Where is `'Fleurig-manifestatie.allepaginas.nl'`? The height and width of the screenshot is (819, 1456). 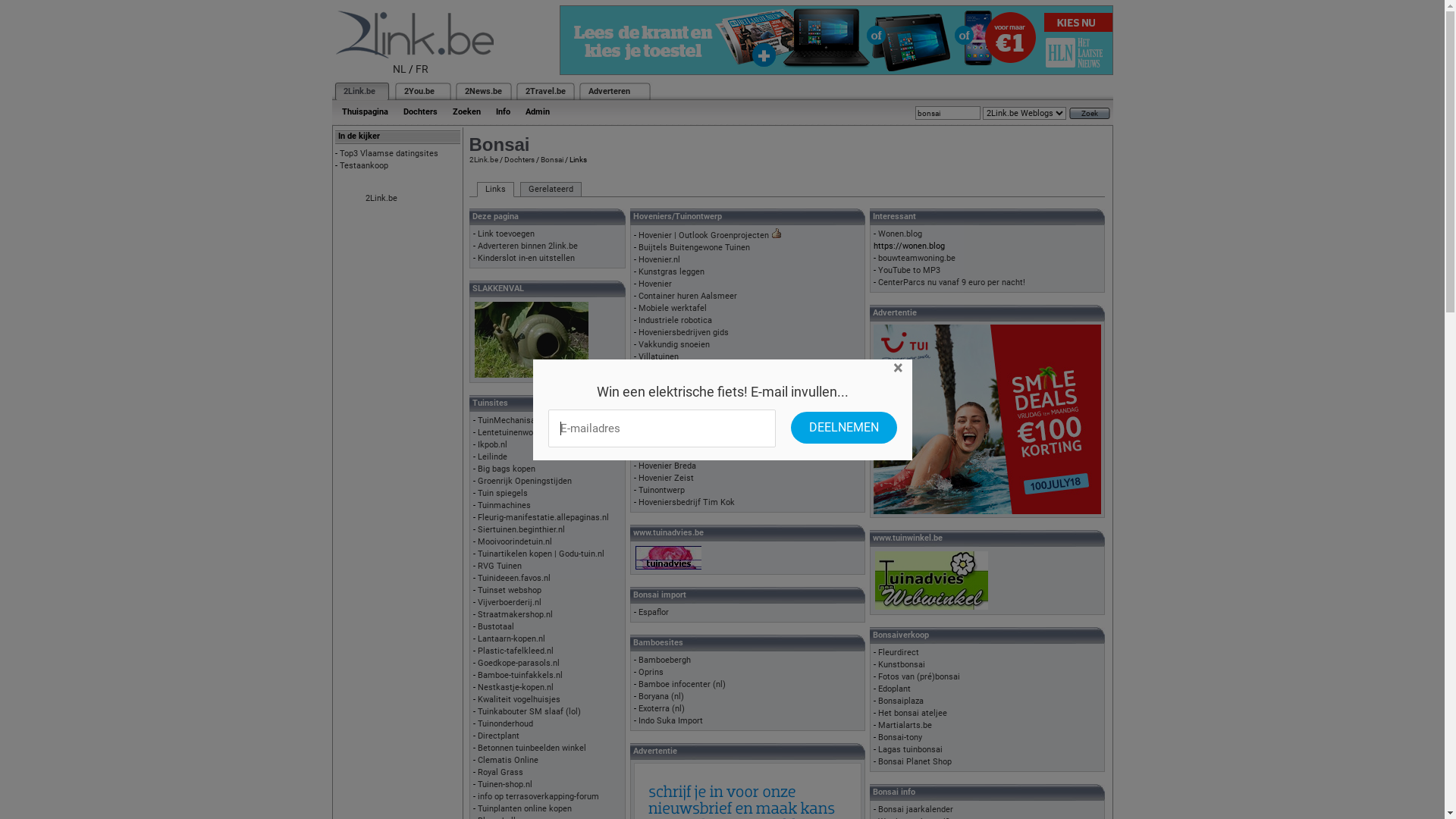 'Fleurig-manifestatie.allepaginas.nl' is located at coordinates (476, 516).